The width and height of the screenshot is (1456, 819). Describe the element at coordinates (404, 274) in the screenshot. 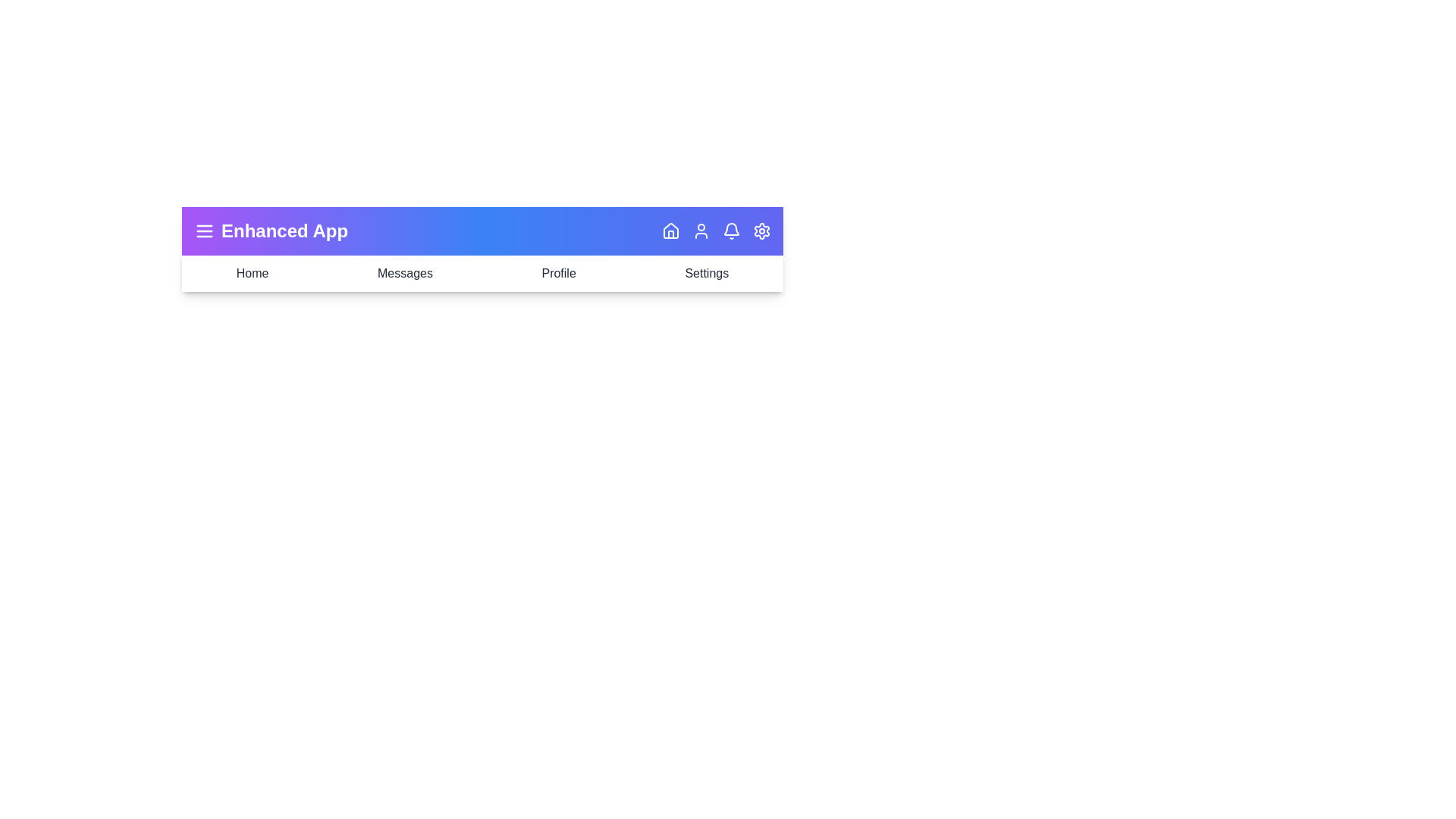

I see `the navigation item Messages to see its hover effect` at that location.